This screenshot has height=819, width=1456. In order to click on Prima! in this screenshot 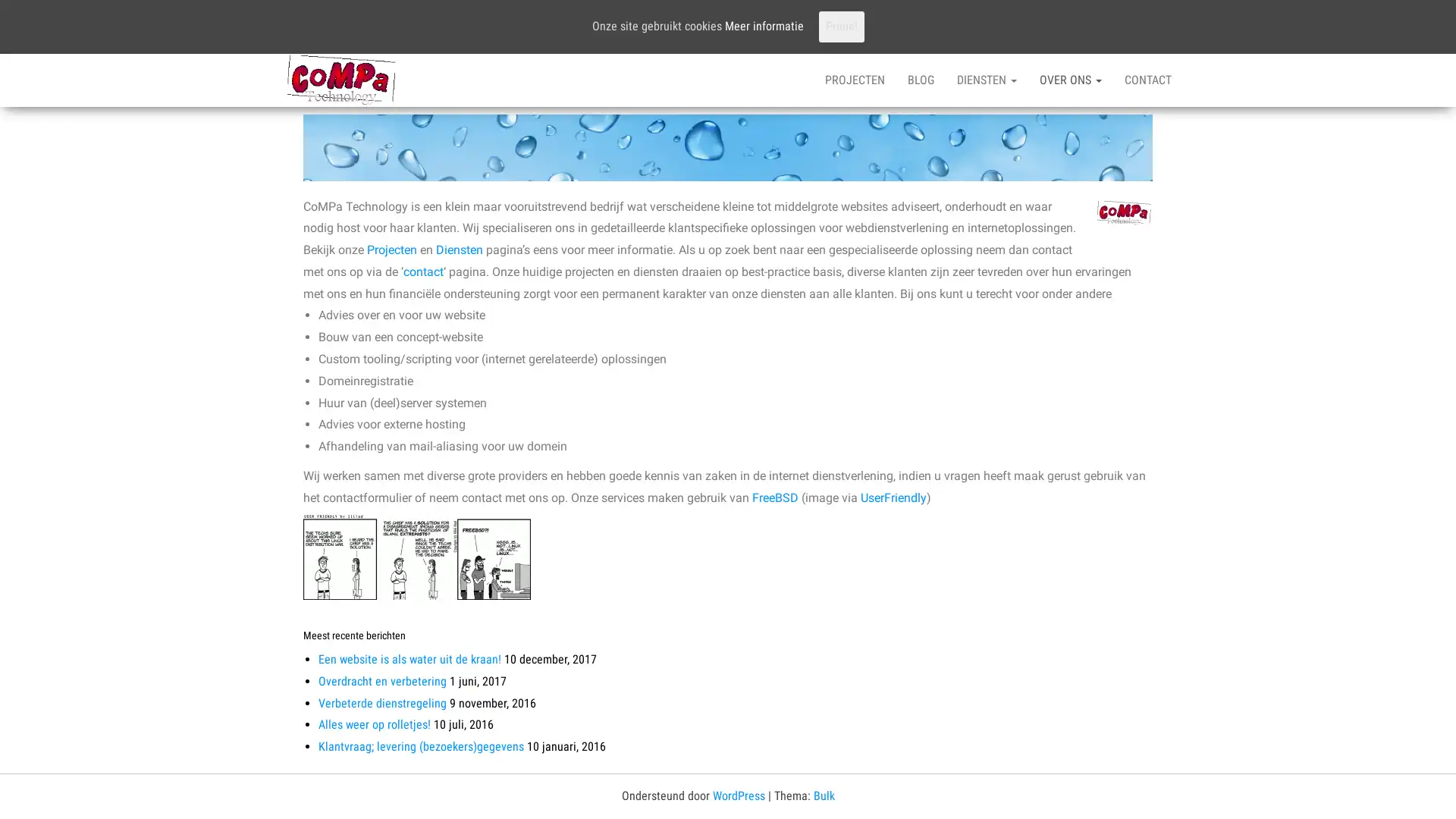, I will do `click(839, 26)`.